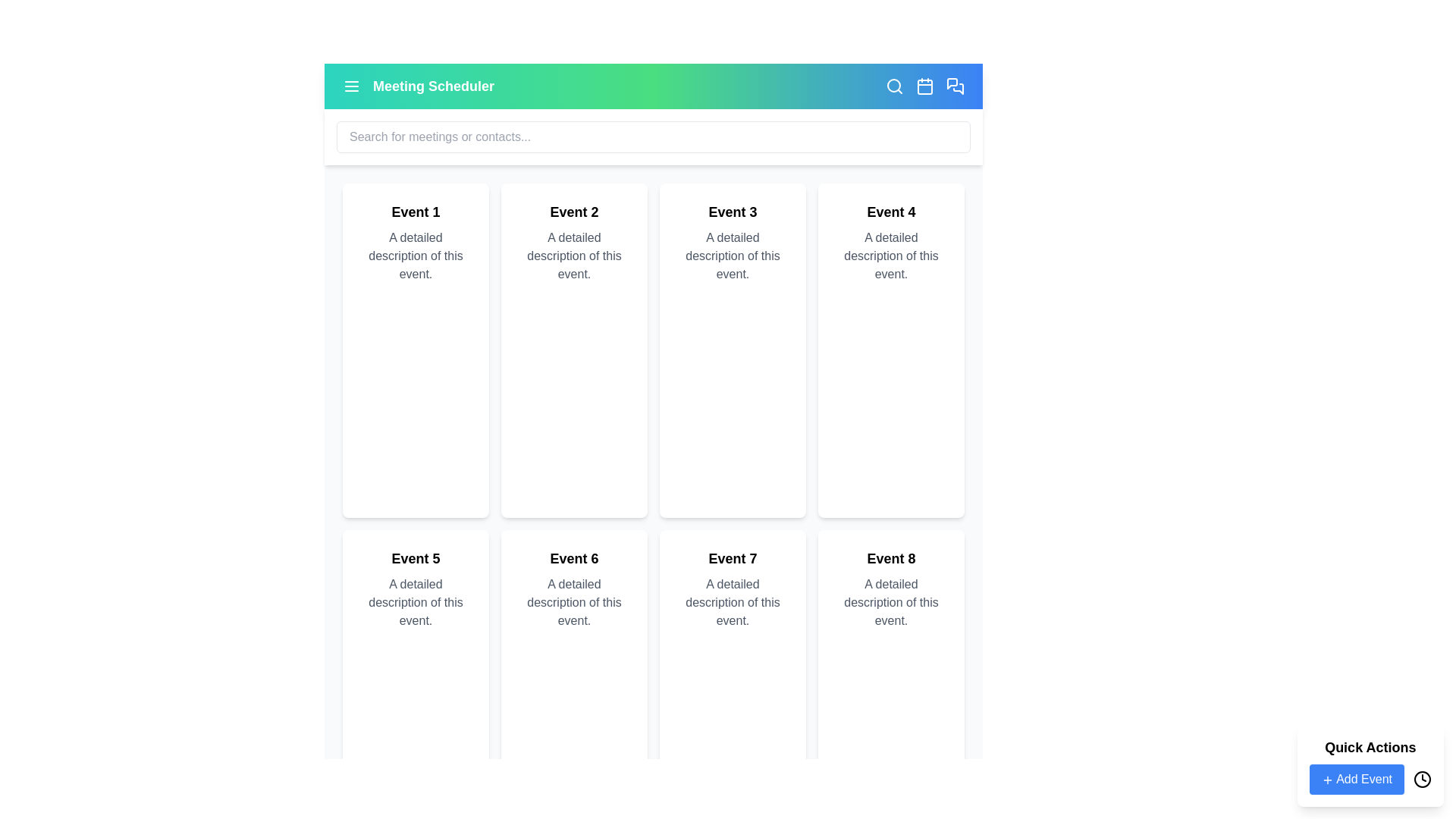  What do you see at coordinates (952, 83) in the screenshot?
I see `the Message/Chat Bubble icon located in the top-right navigation area` at bounding box center [952, 83].